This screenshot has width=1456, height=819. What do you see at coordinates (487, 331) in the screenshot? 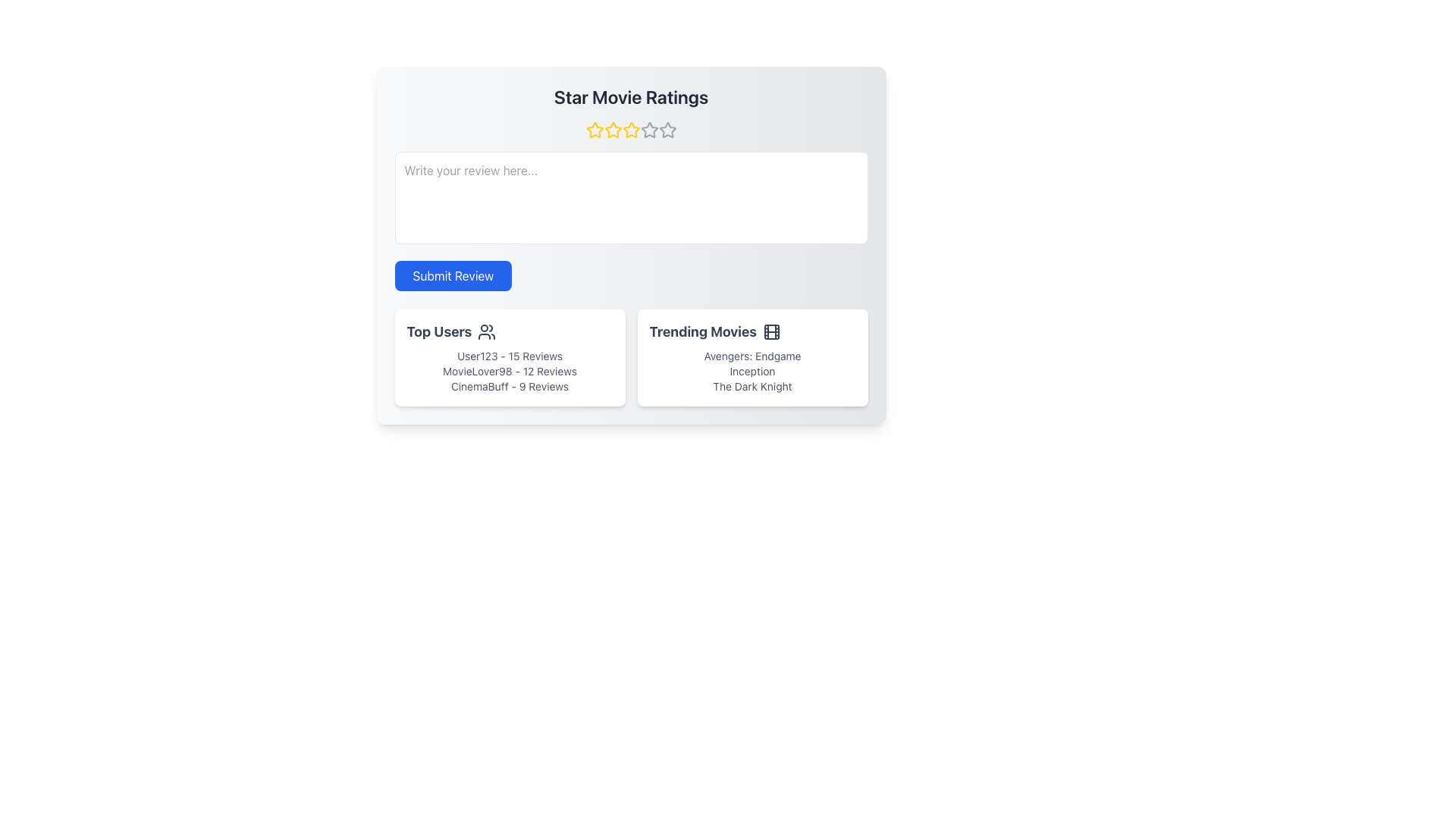
I see `the Decorative icon representing three human figures, which is positioned to the right of the 'Top Users' text` at bounding box center [487, 331].